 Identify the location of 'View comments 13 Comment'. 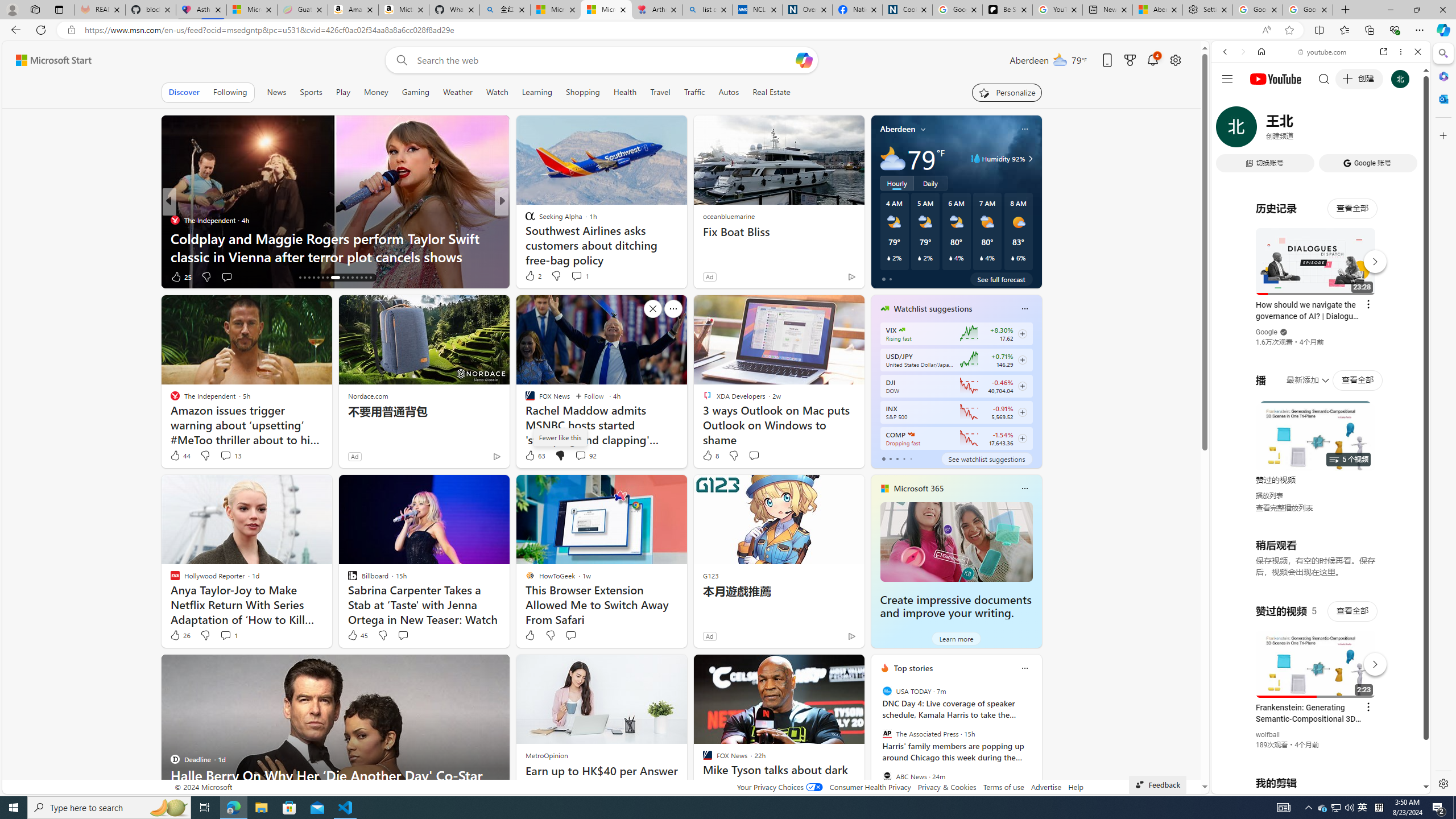
(225, 455).